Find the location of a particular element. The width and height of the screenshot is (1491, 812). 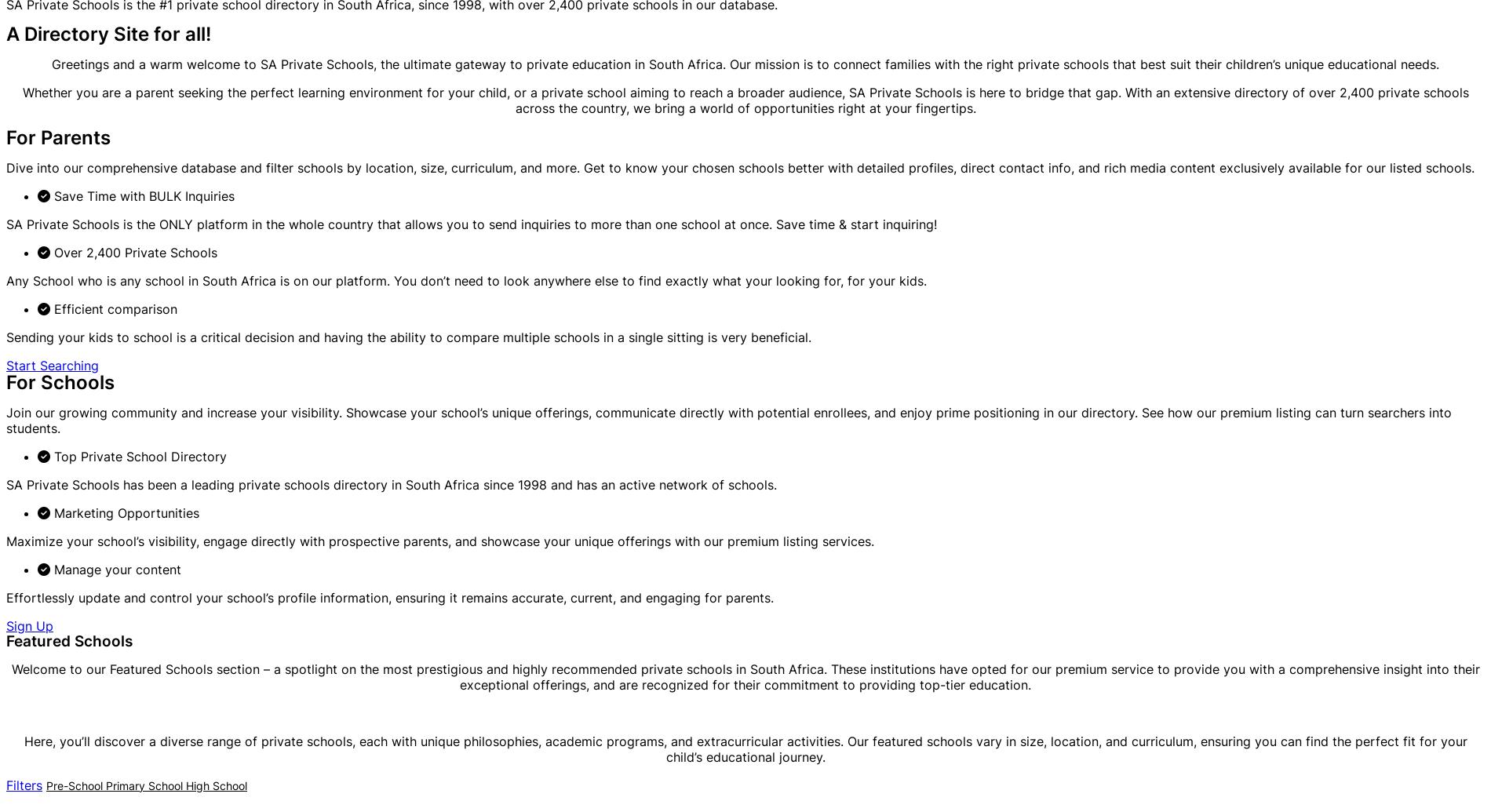

'Featured Schools' is located at coordinates (69, 639).